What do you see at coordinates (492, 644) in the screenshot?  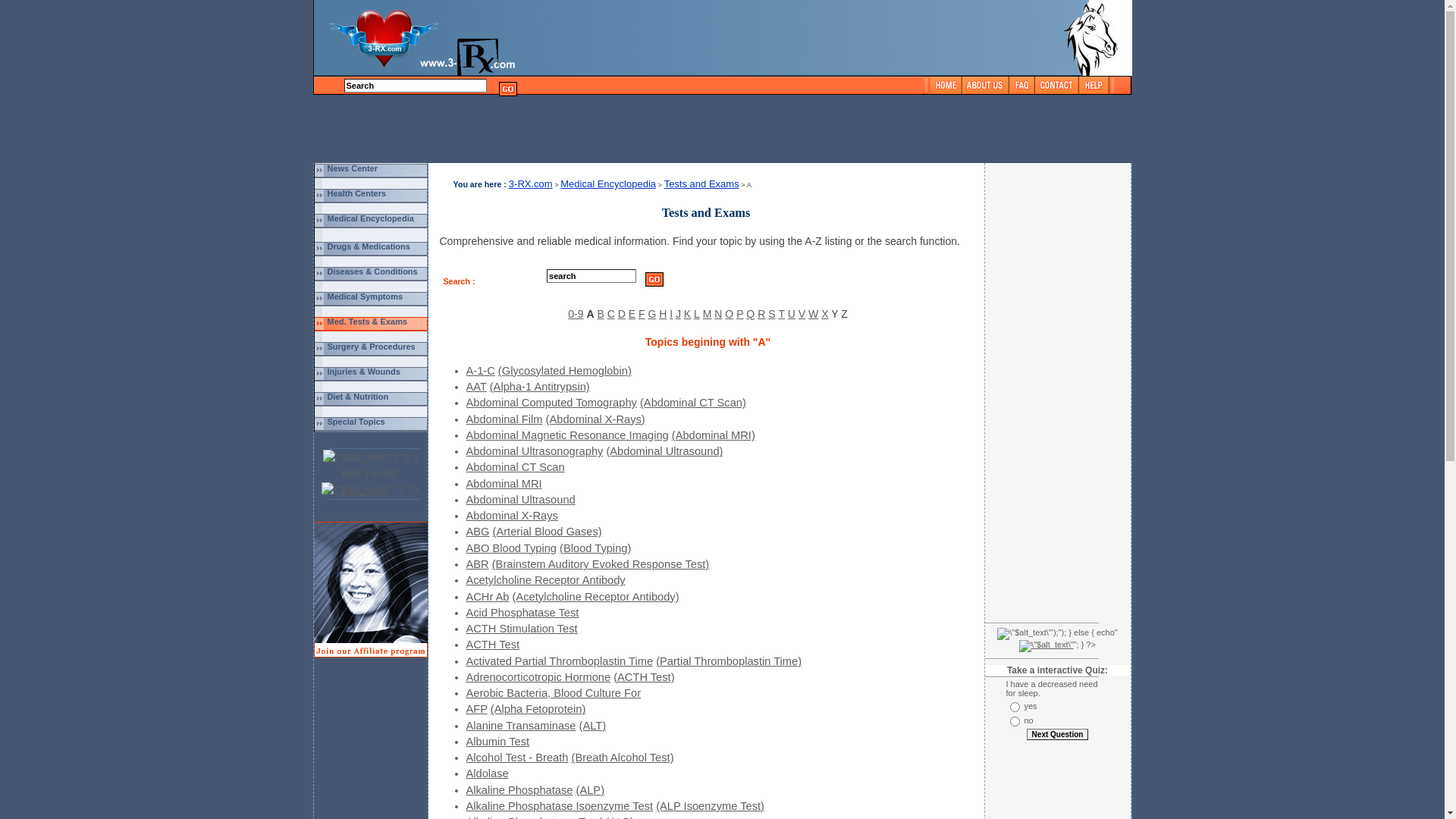 I see `'ACTH Test'` at bounding box center [492, 644].